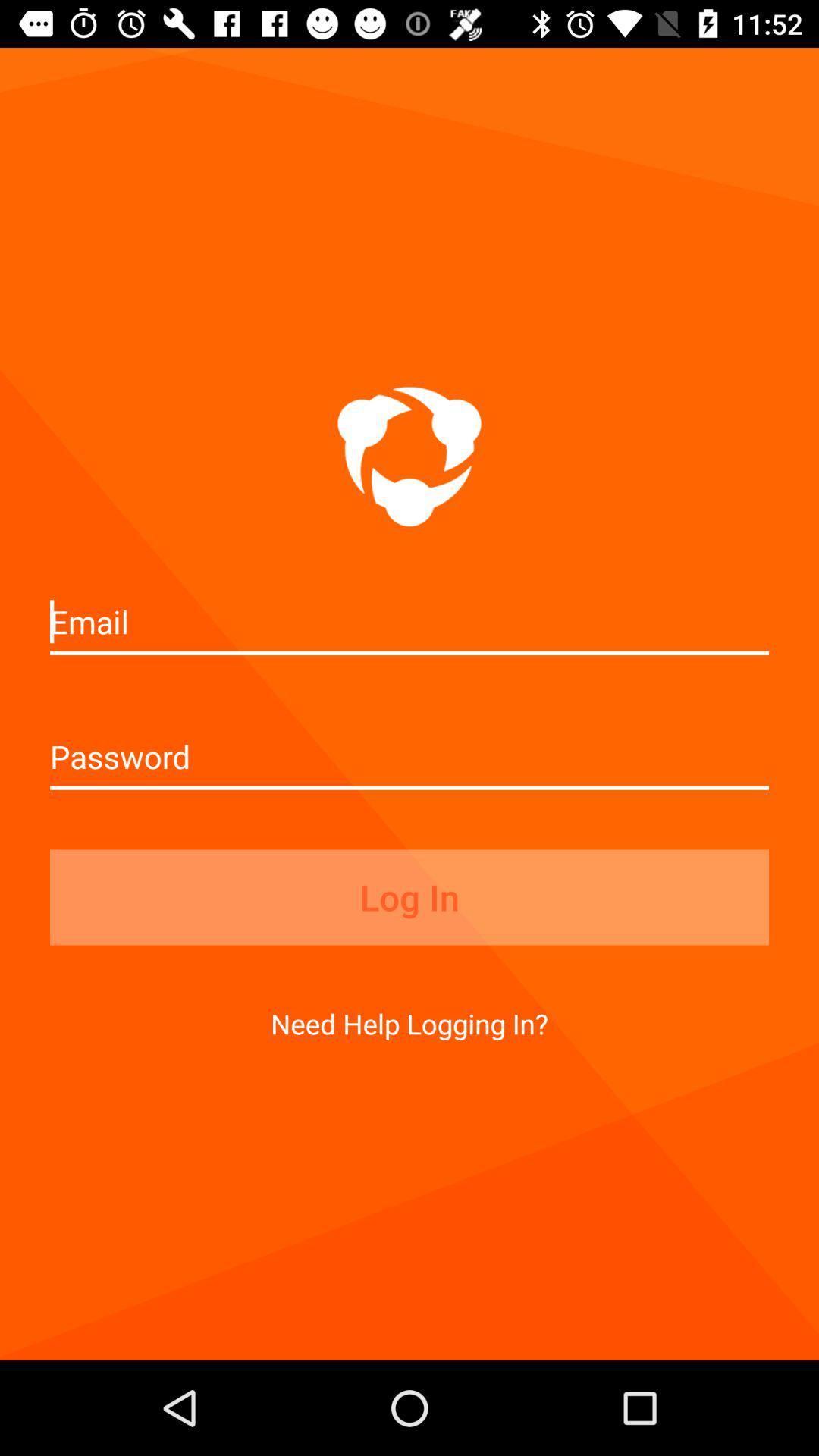 Image resolution: width=819 pixels, height=1456 pixels. I want to click on the icon below log in, so click(409, 1023).